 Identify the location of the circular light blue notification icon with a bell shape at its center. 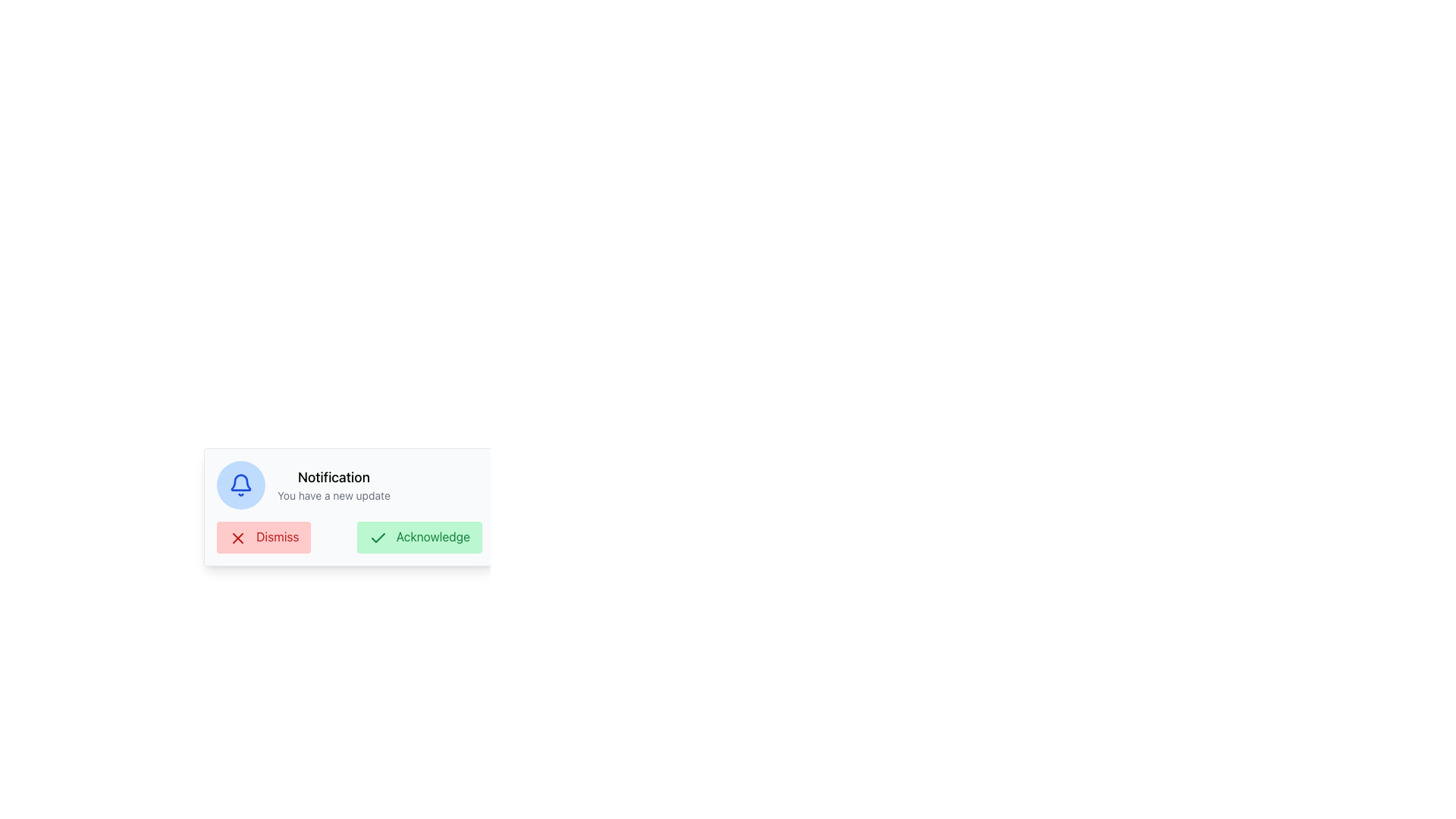
(240, 485).